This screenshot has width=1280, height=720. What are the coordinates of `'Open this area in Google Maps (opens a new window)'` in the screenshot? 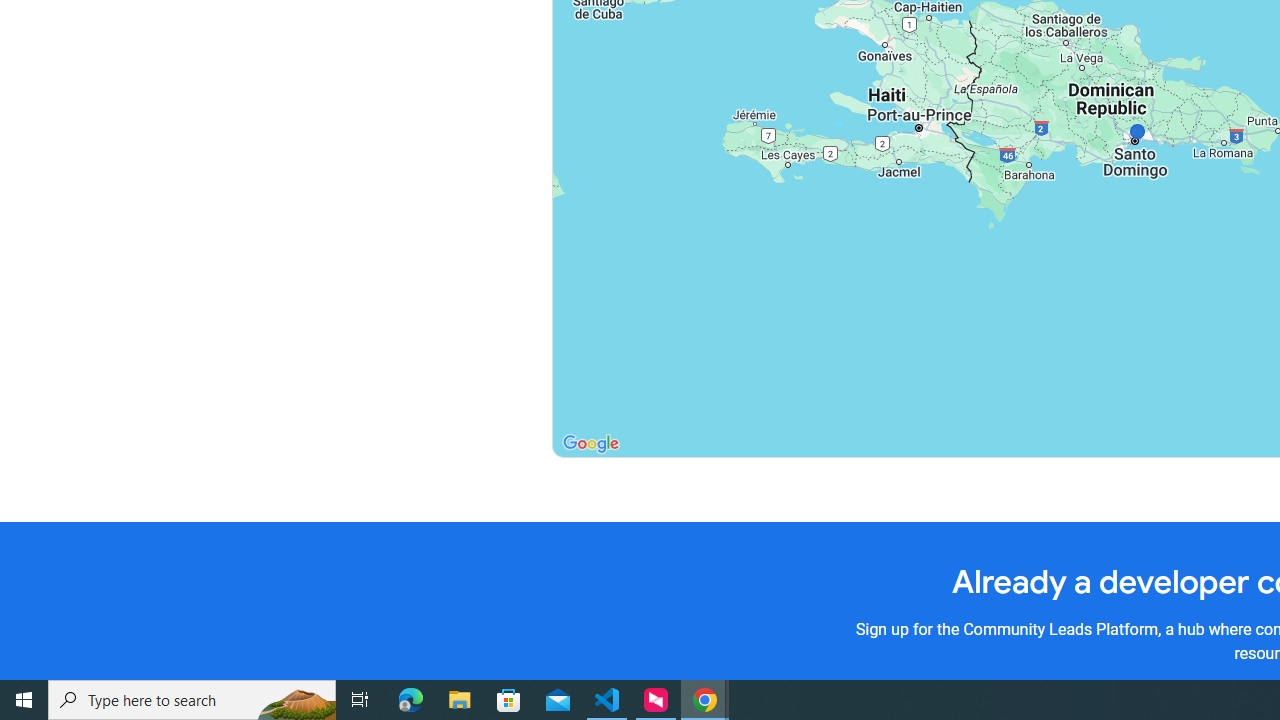 It's located at (589, 443).